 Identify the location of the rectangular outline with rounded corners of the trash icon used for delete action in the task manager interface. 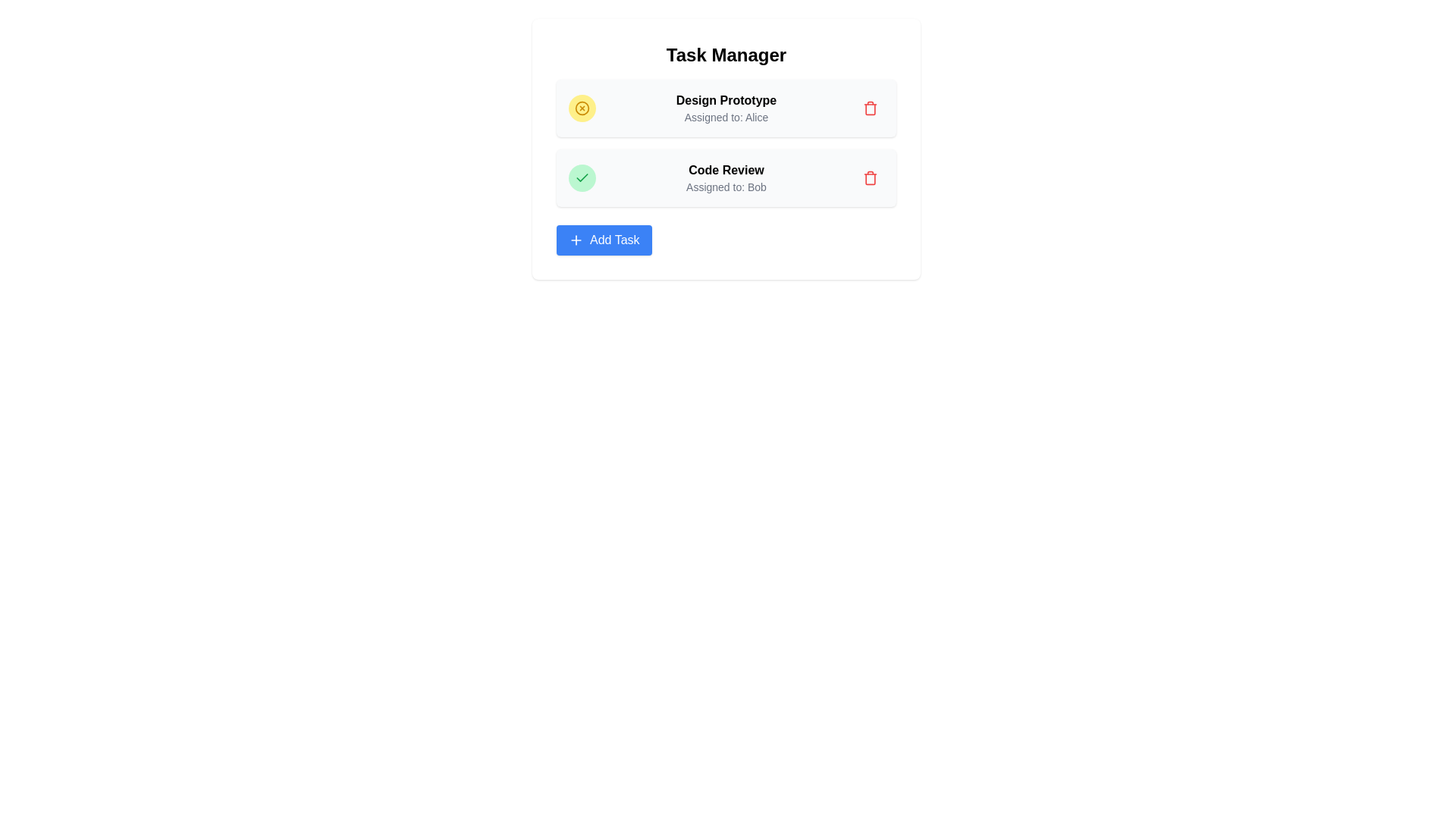
(870, 108).